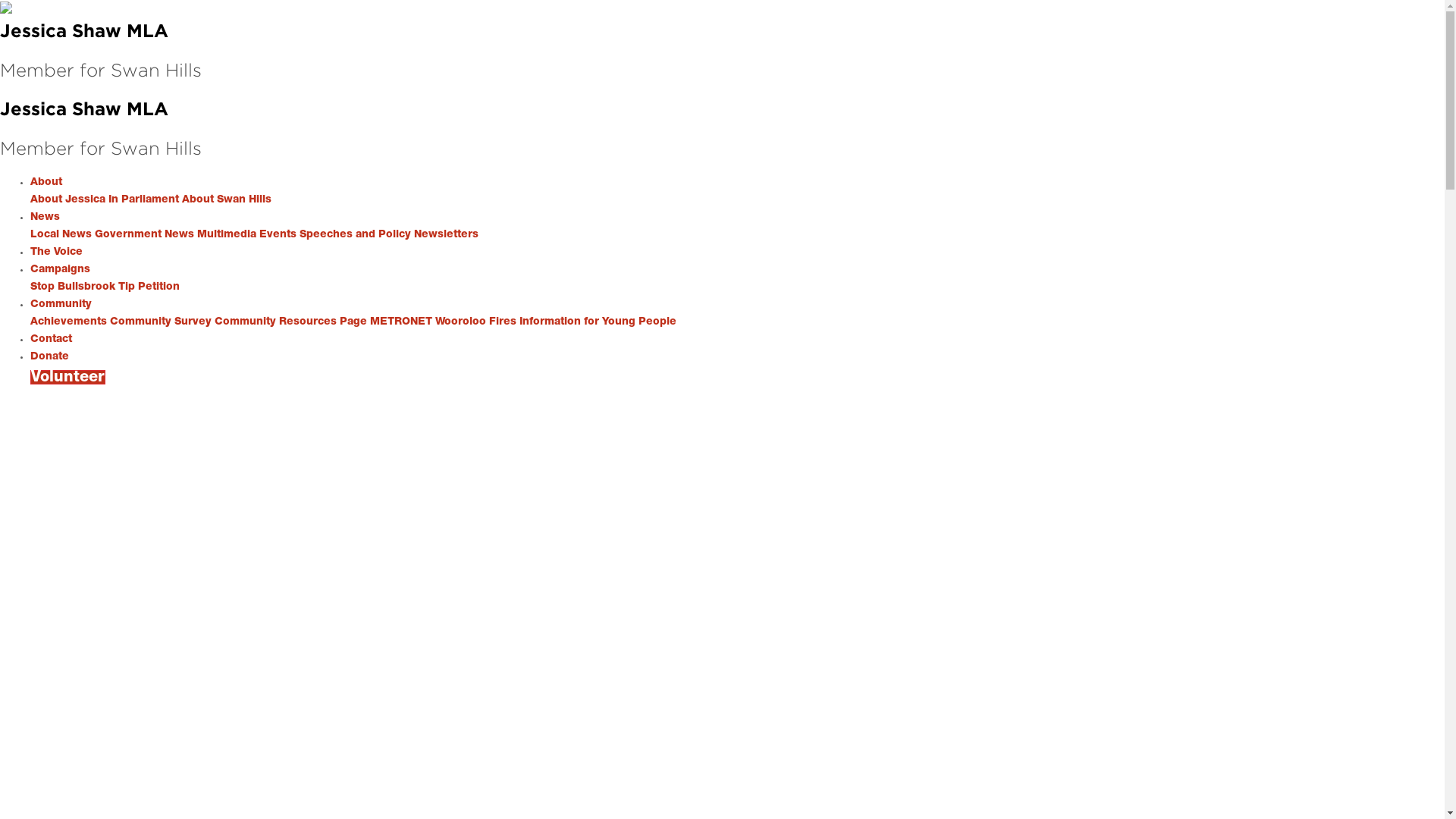  Describe the element at coordinates (299, 234) in the screenshot. I see `'Speeches and Policy'` at that location.